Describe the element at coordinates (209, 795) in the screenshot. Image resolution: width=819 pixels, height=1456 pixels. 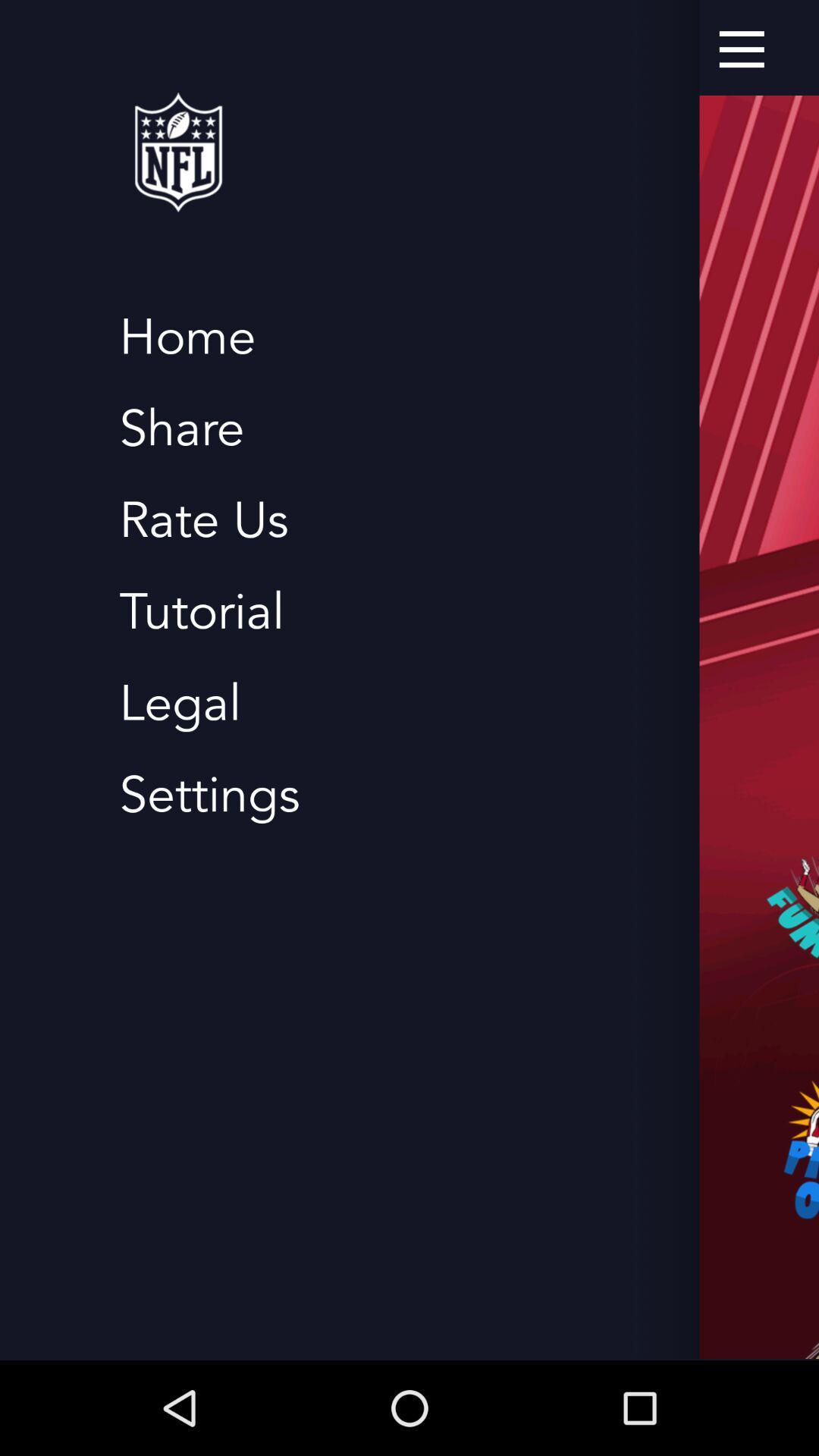
I see `settings icon` at that location.